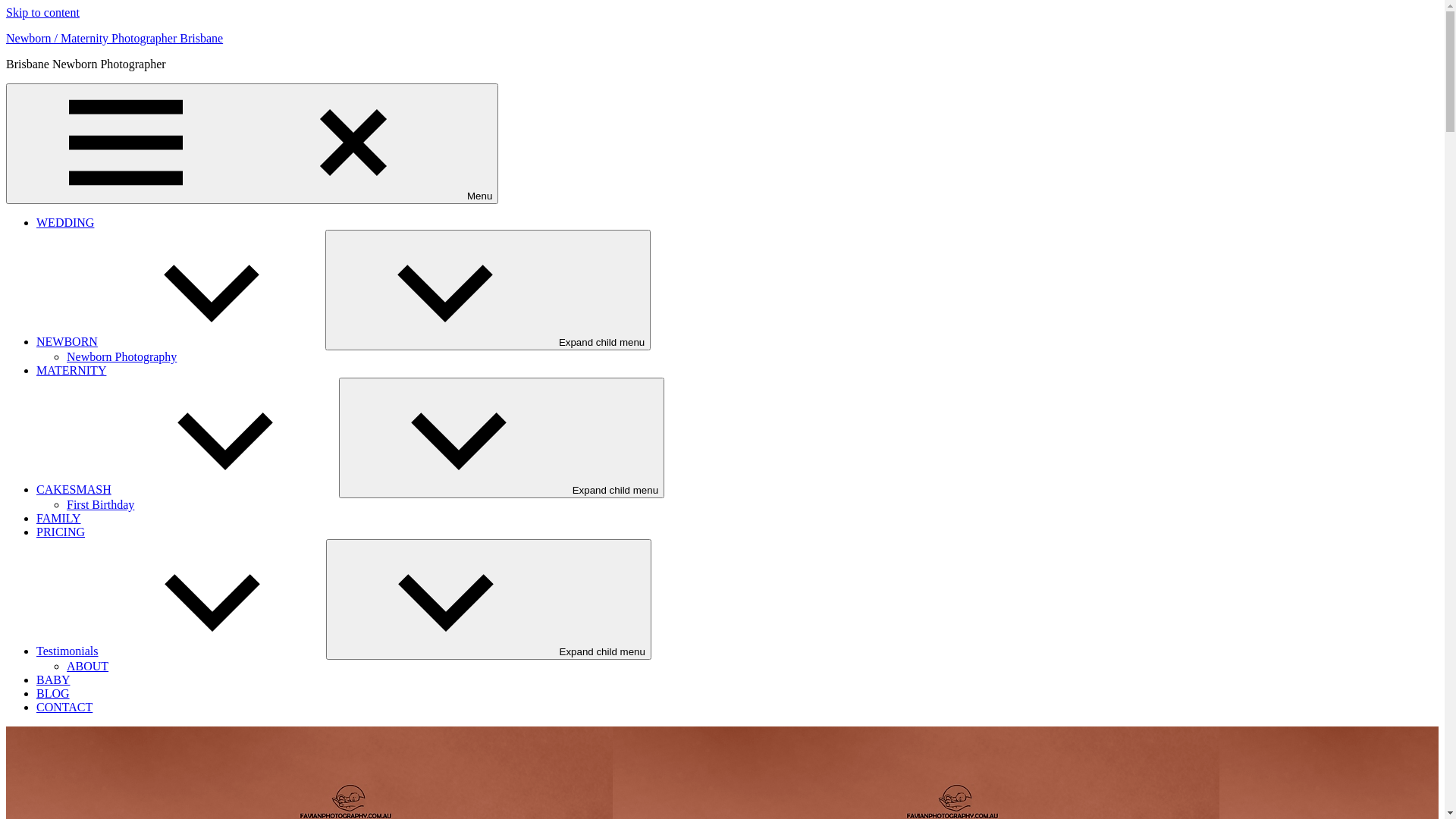  I want to click on 'NEWBORN', so click(180, 341).